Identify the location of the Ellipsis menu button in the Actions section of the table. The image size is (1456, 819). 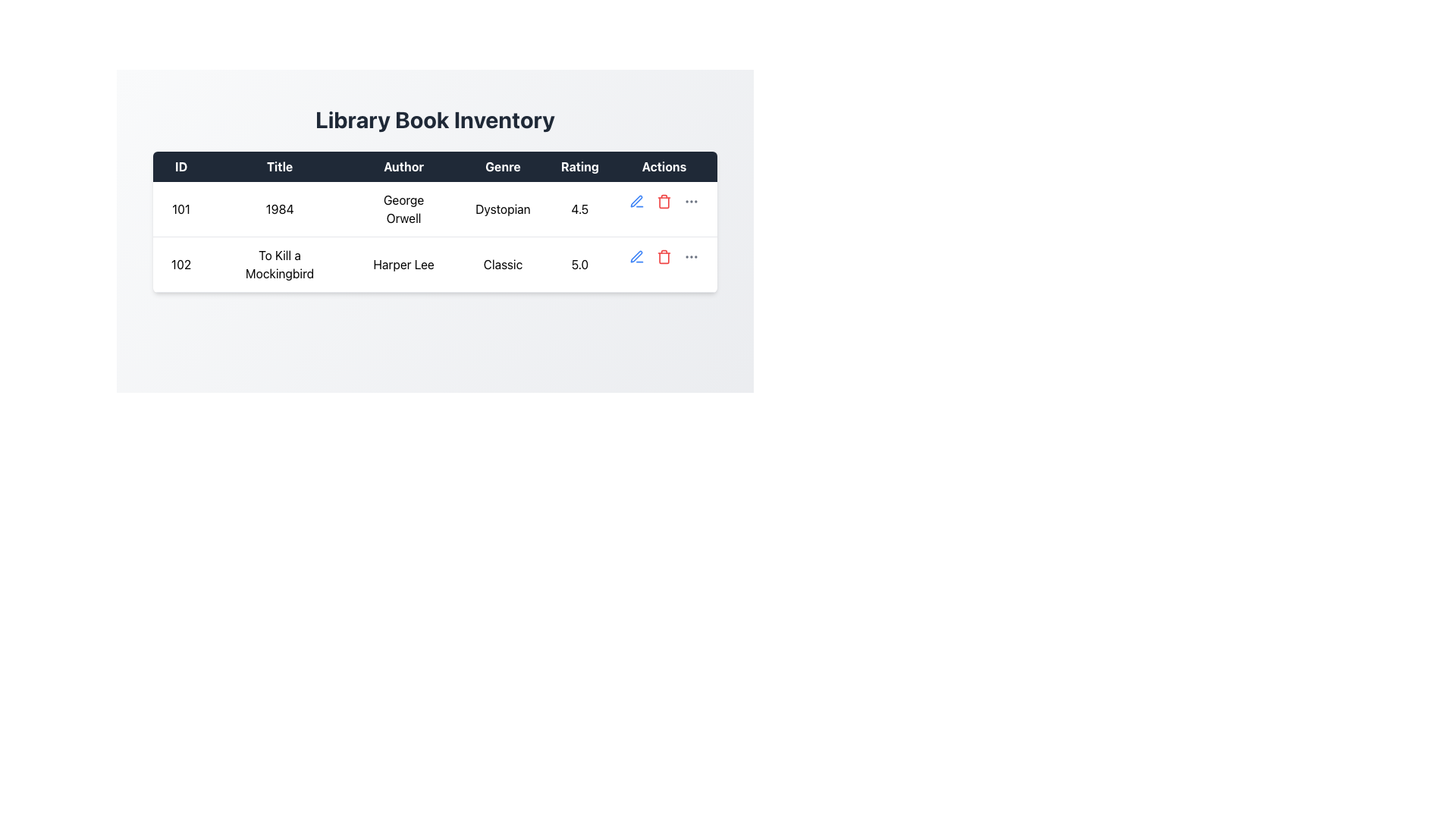
(691, 256).